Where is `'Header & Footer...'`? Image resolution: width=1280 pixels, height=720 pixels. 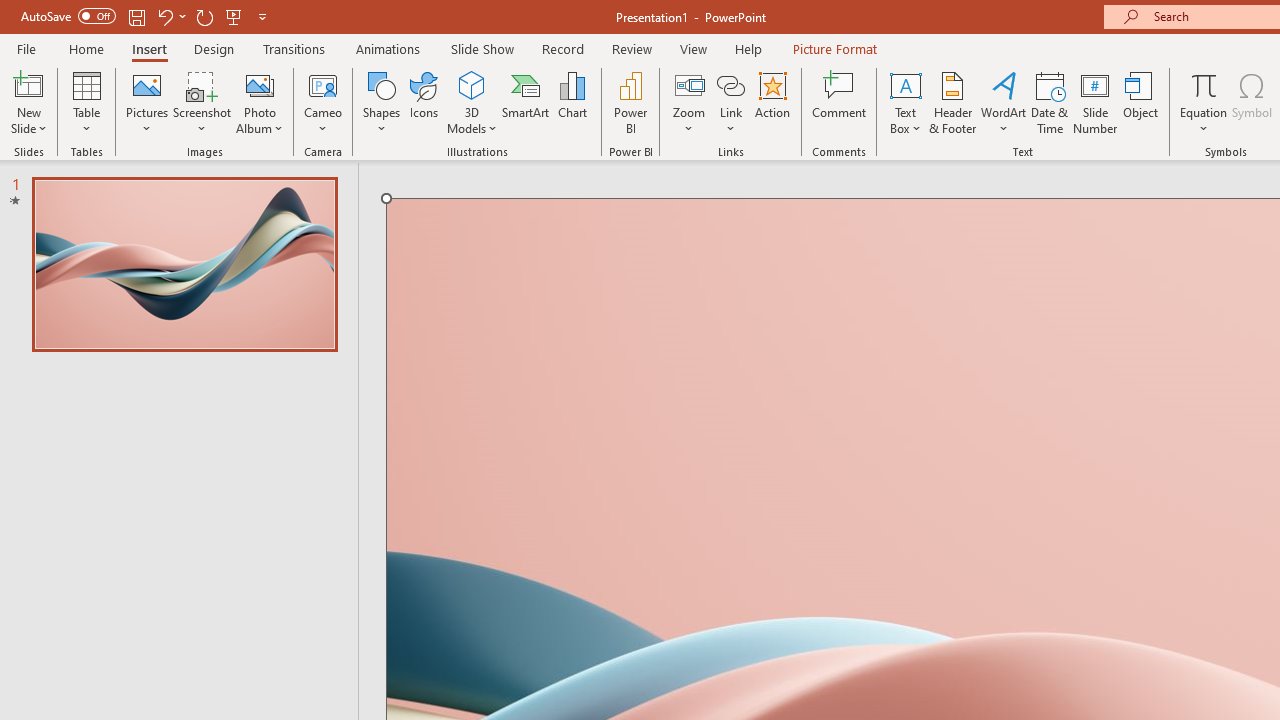
'Header & Footer...' is located at coordinates (951, 103).